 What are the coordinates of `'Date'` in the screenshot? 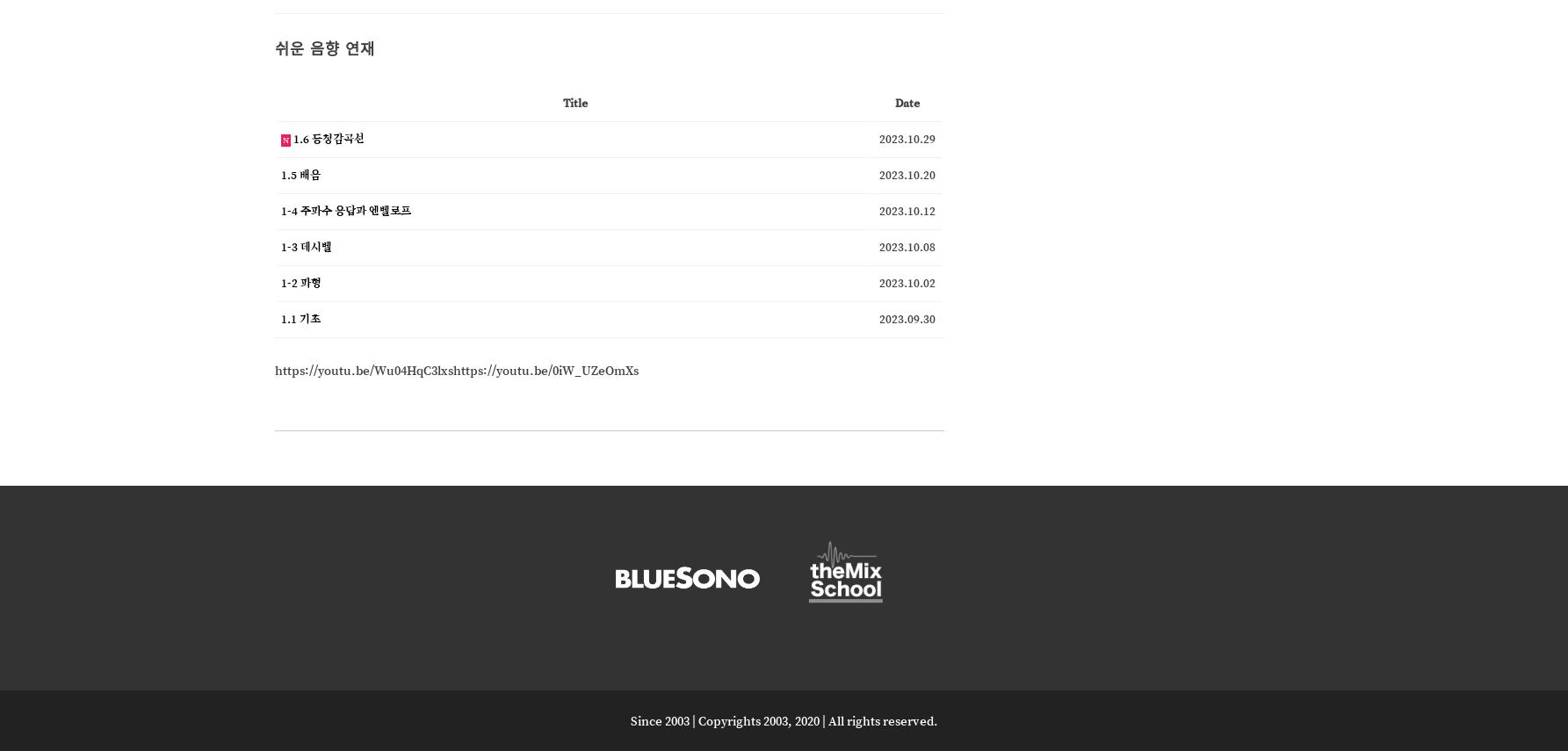 It's located at (892, 101).